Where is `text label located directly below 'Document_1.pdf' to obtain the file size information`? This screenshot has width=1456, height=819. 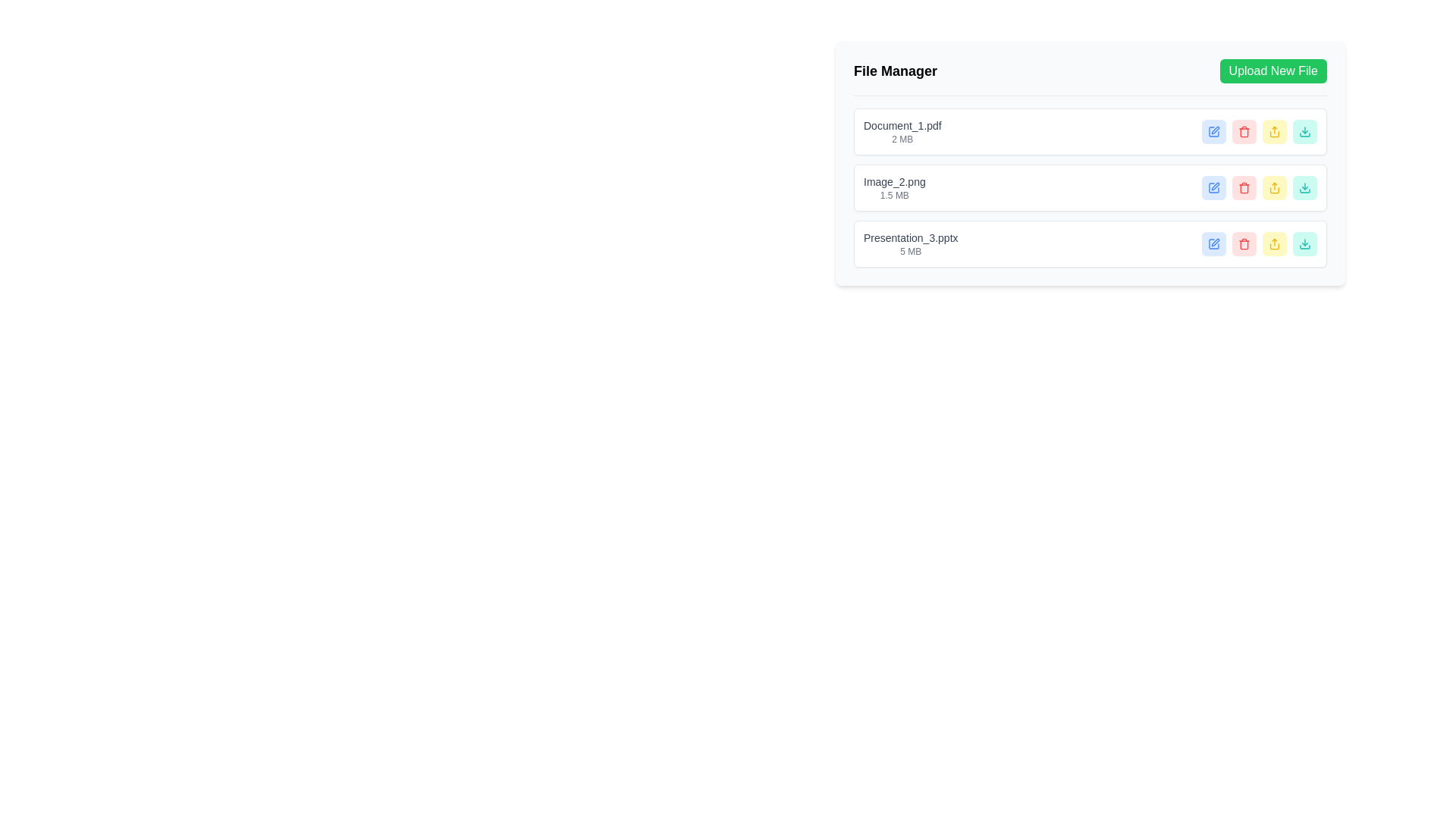 text label located directly below 'Document_1.pdf' to obtain the file size information is located at coordinates (902, 140).